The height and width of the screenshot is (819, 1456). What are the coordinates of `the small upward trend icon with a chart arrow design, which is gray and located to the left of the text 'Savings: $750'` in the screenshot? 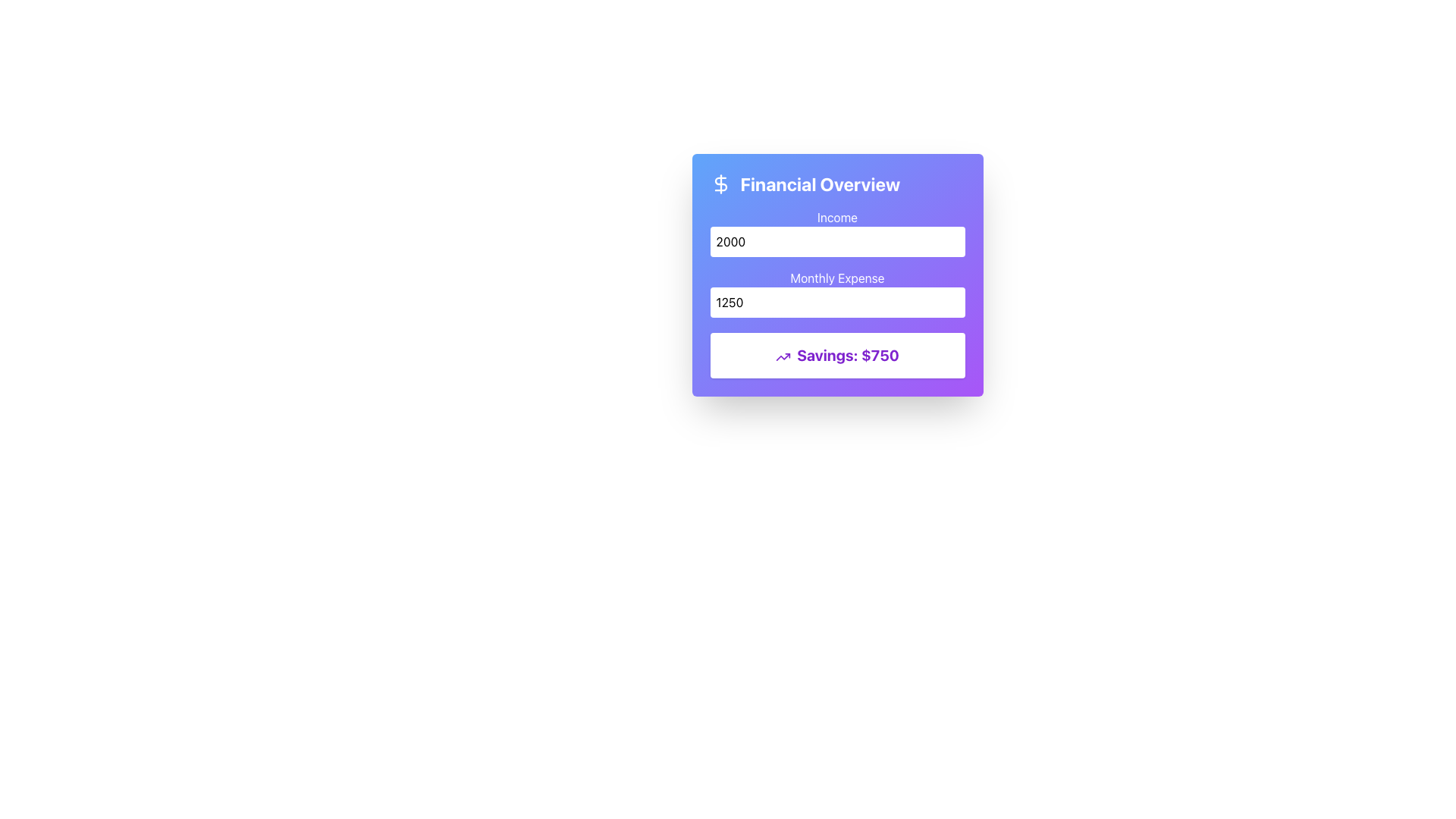 It's located at (783, 356).